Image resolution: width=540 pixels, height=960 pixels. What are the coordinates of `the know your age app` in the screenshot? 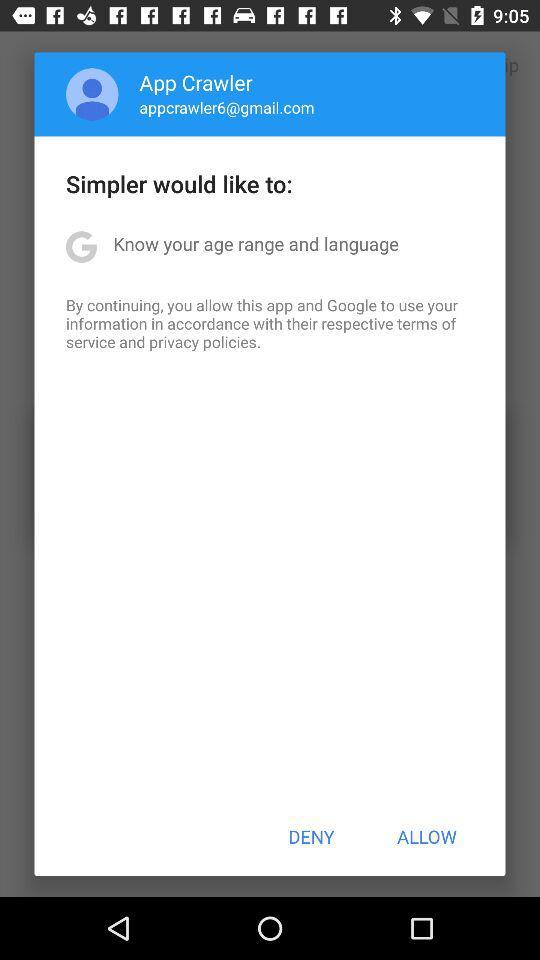 It's located at (256, 242).